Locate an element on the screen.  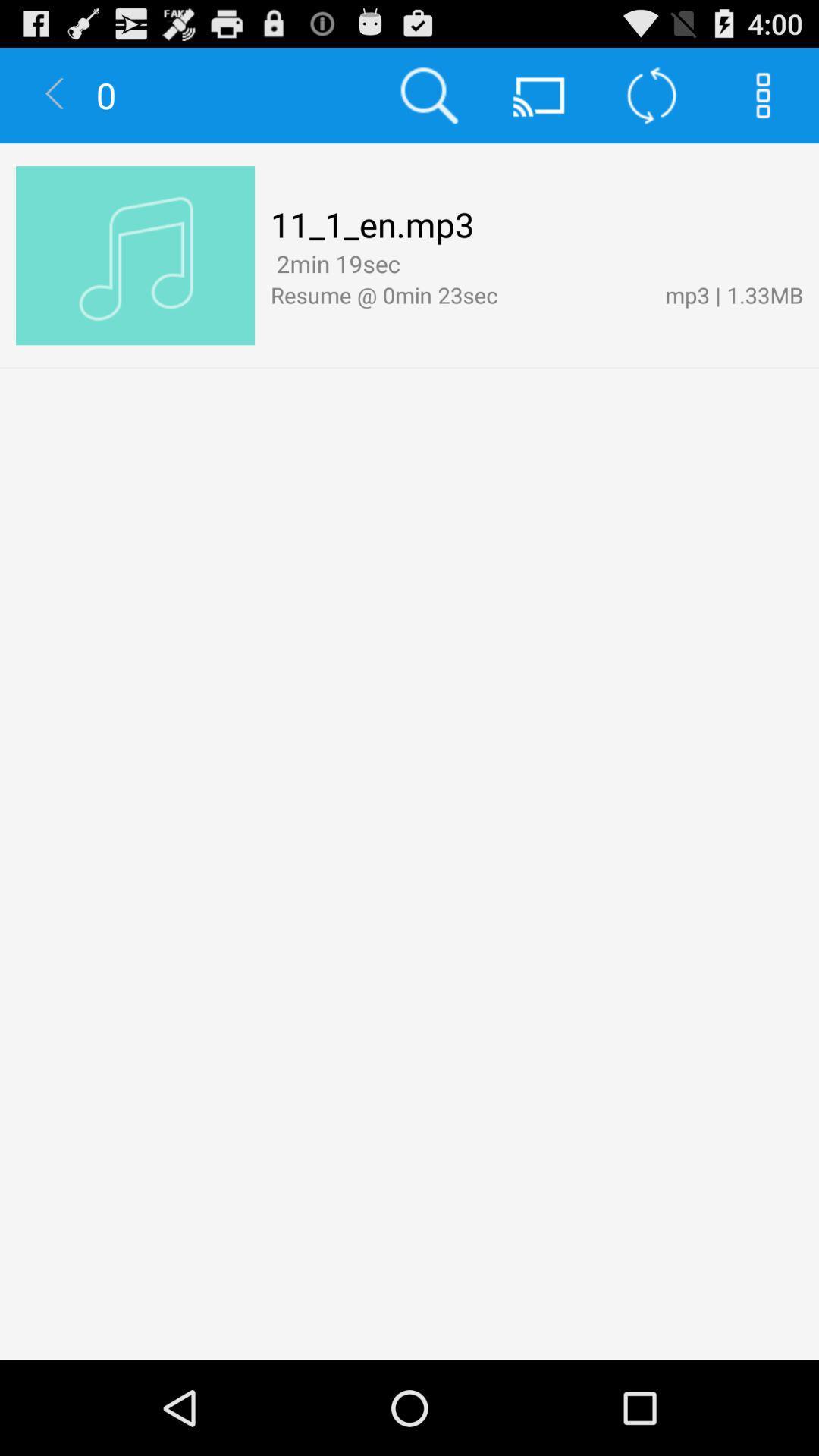
item above the  2min 19sec icon is located at coordinates (372, 223).